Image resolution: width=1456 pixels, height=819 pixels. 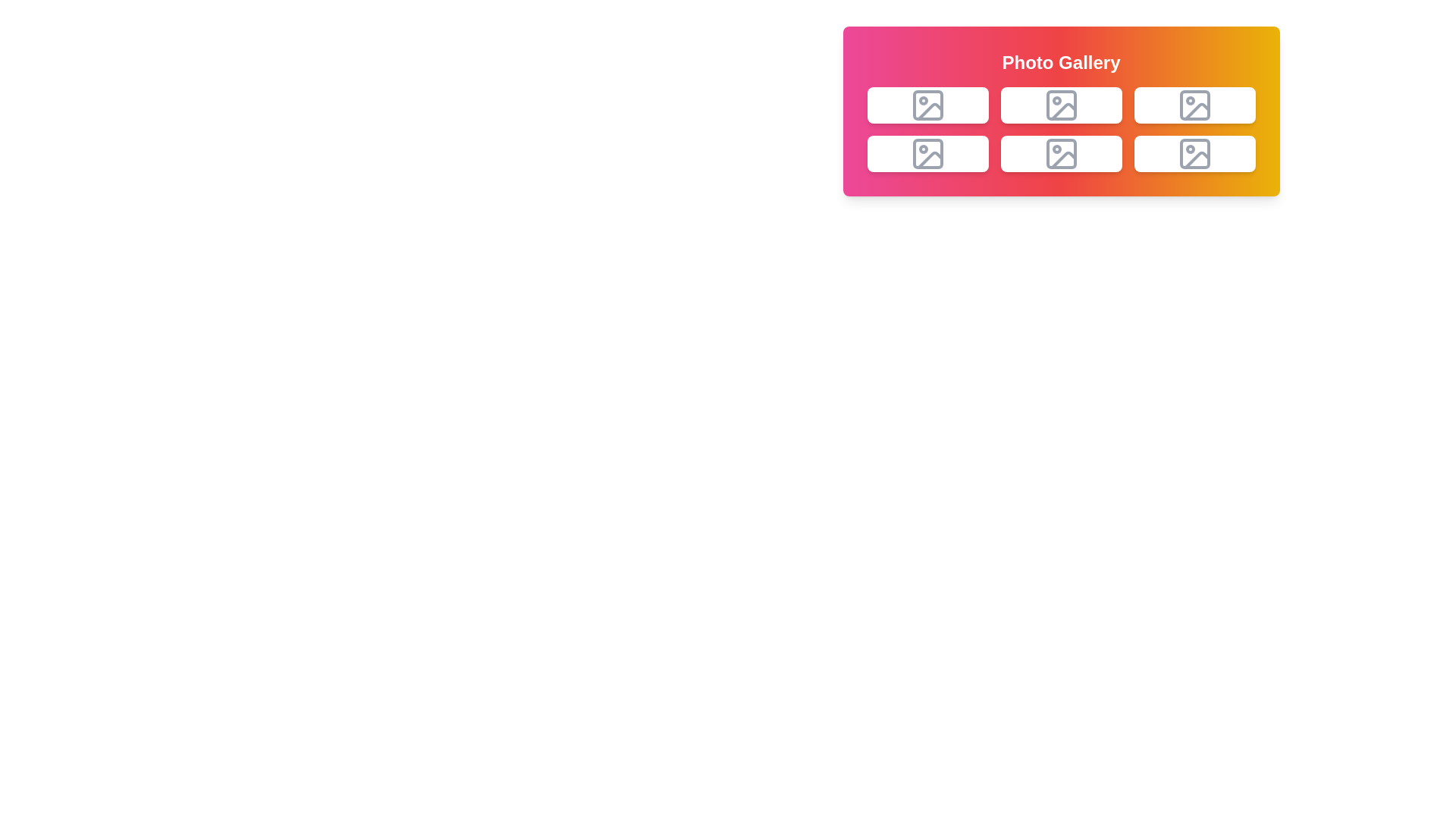 What do you see at coordinates (1214, 154) in the screenshot?
I see `the interactive button located on the far-right side of the second row` at bounding box center [1214, 154].